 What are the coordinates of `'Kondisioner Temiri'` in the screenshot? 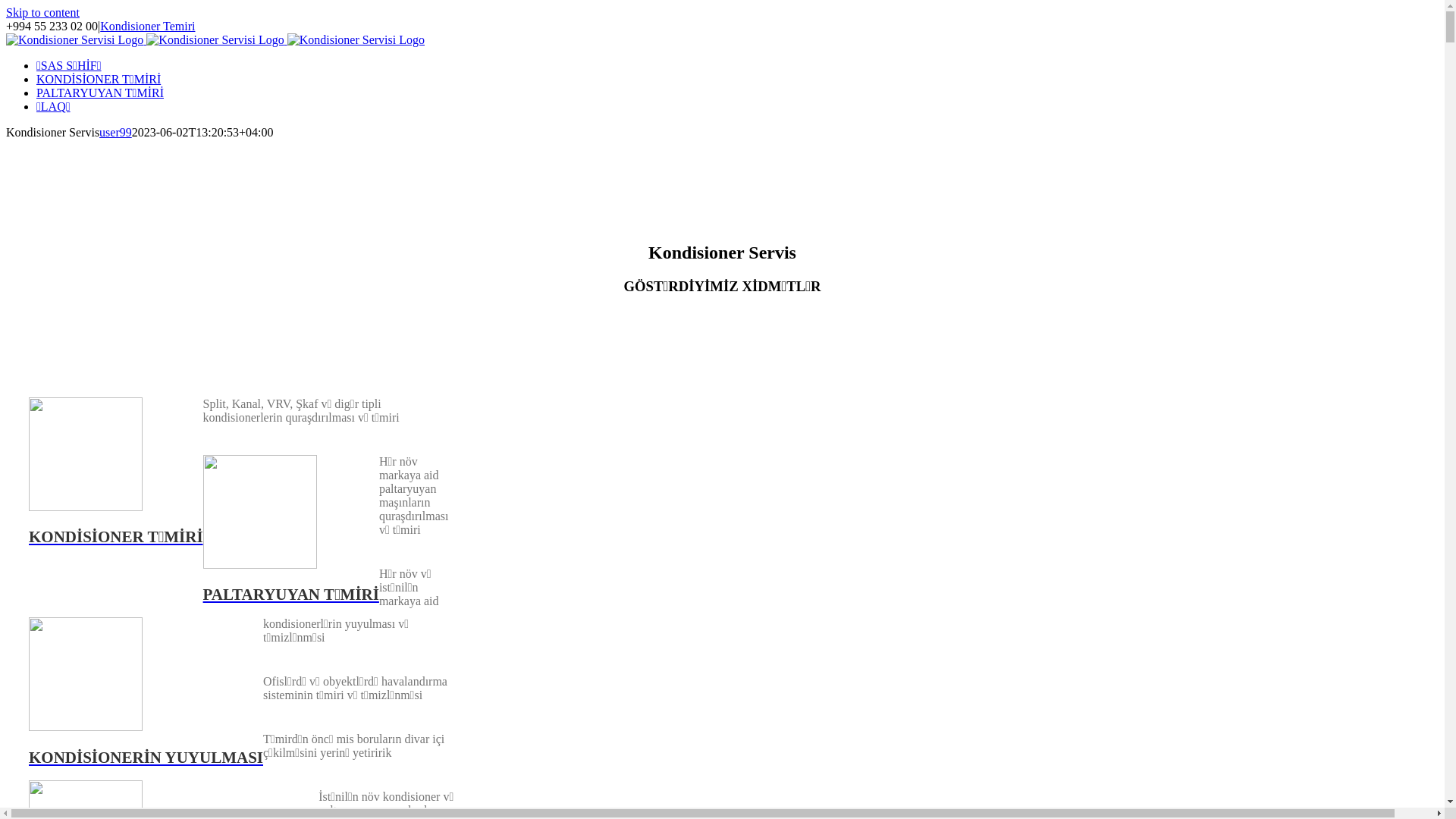 It's located at (99, 26).